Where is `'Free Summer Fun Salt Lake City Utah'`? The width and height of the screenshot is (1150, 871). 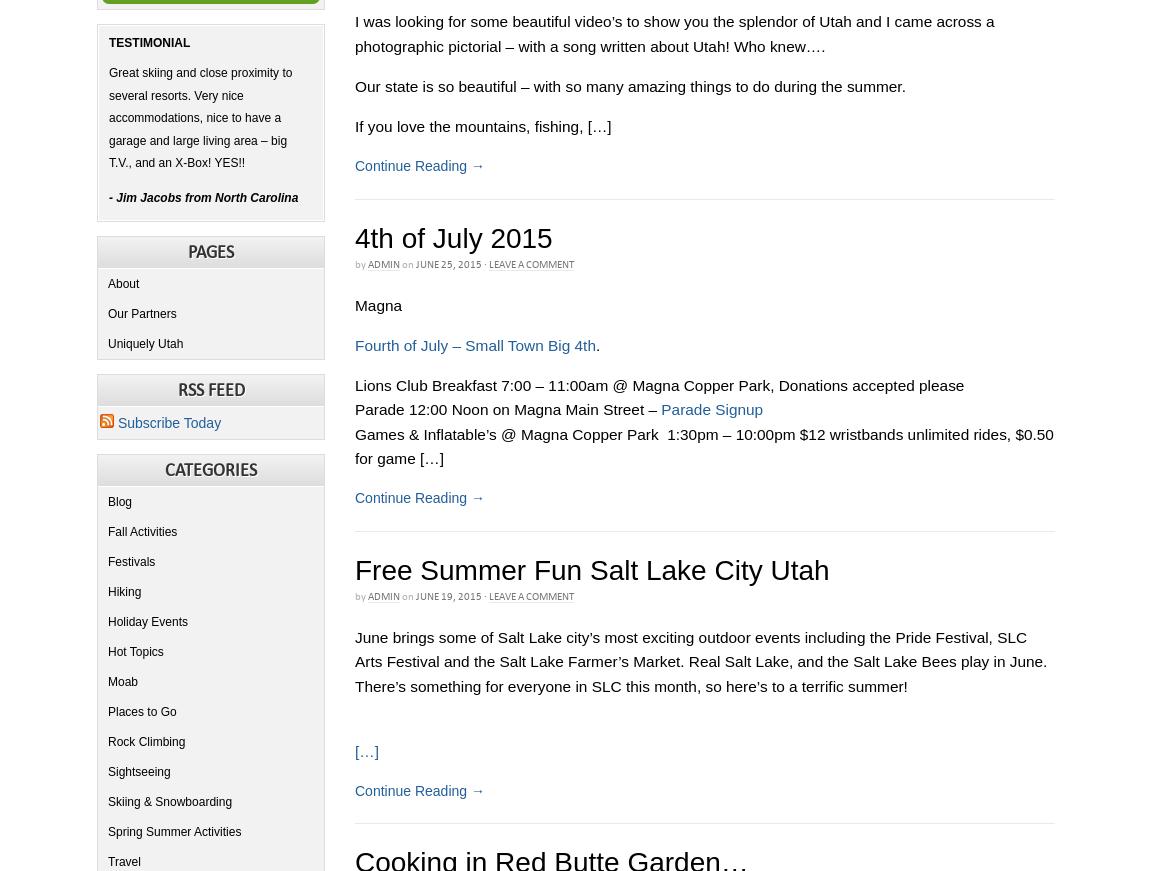
'Free Summer Fun Salt Lake City Utah' is located at coordinates (355, 570).